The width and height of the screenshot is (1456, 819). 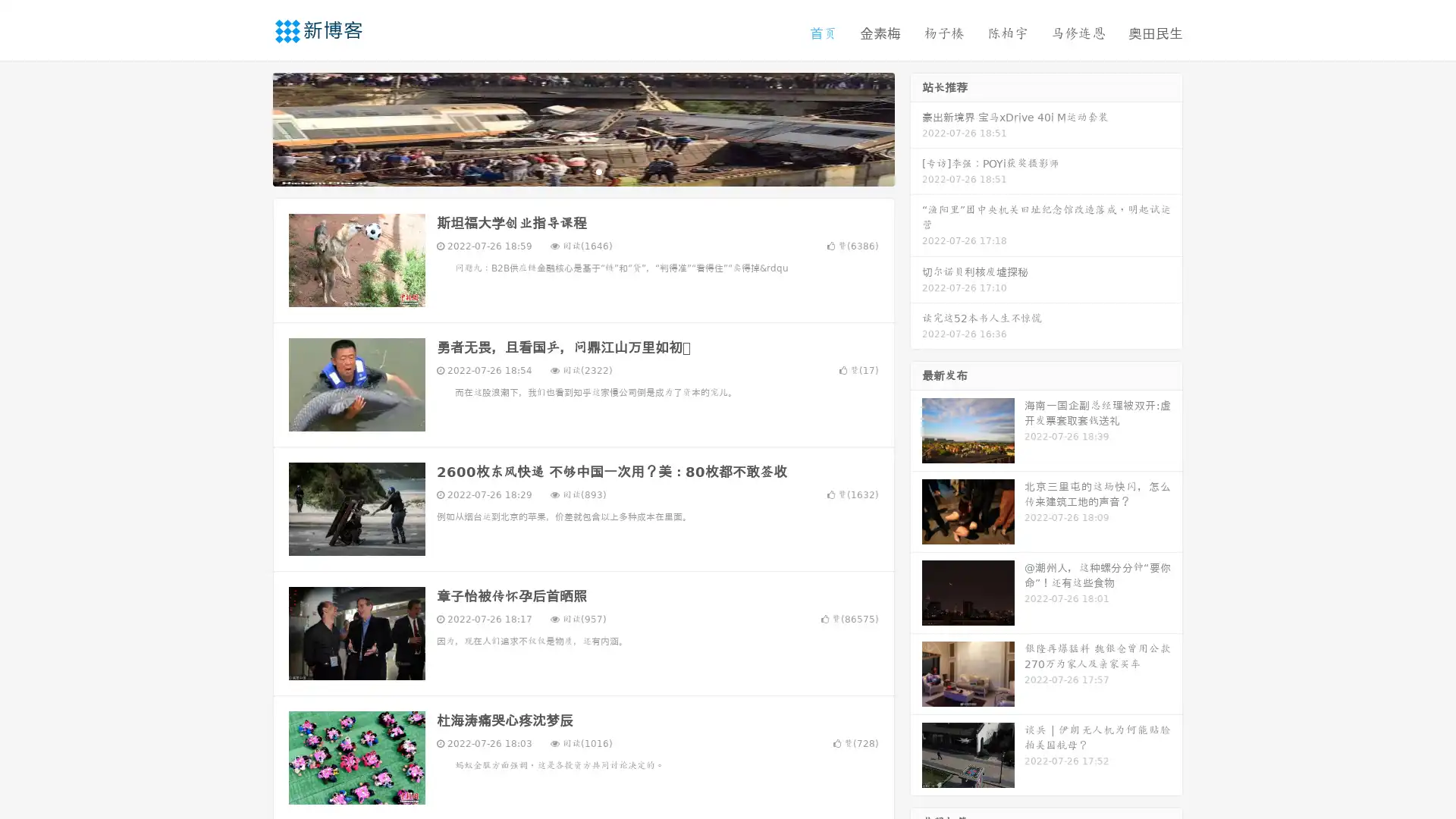 I want to click on Previous slide, so click(x=250, y=127).